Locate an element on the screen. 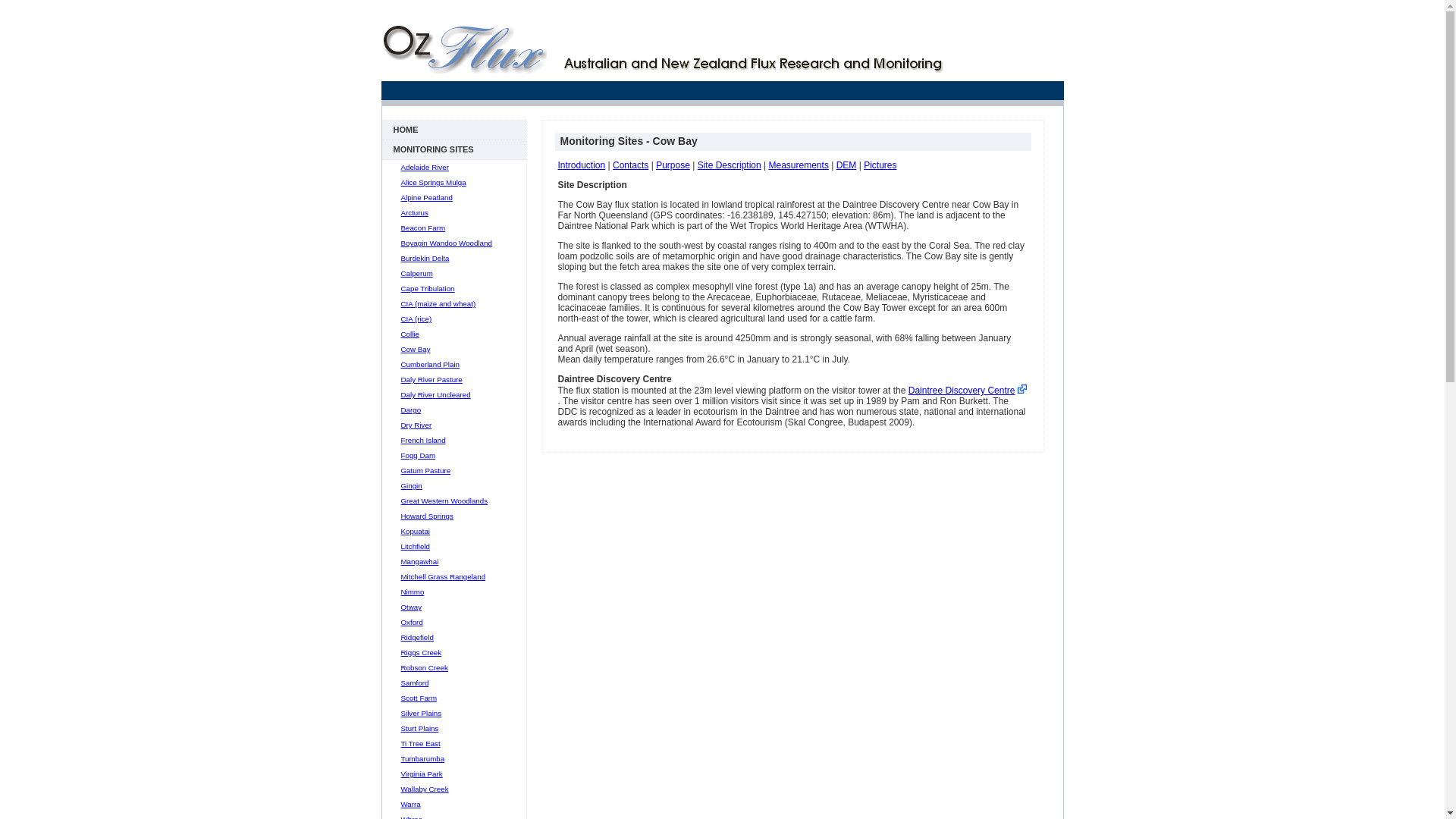 This screenshot has height=819, width=1456. 'French Island' is located at coordinates (422, 440).